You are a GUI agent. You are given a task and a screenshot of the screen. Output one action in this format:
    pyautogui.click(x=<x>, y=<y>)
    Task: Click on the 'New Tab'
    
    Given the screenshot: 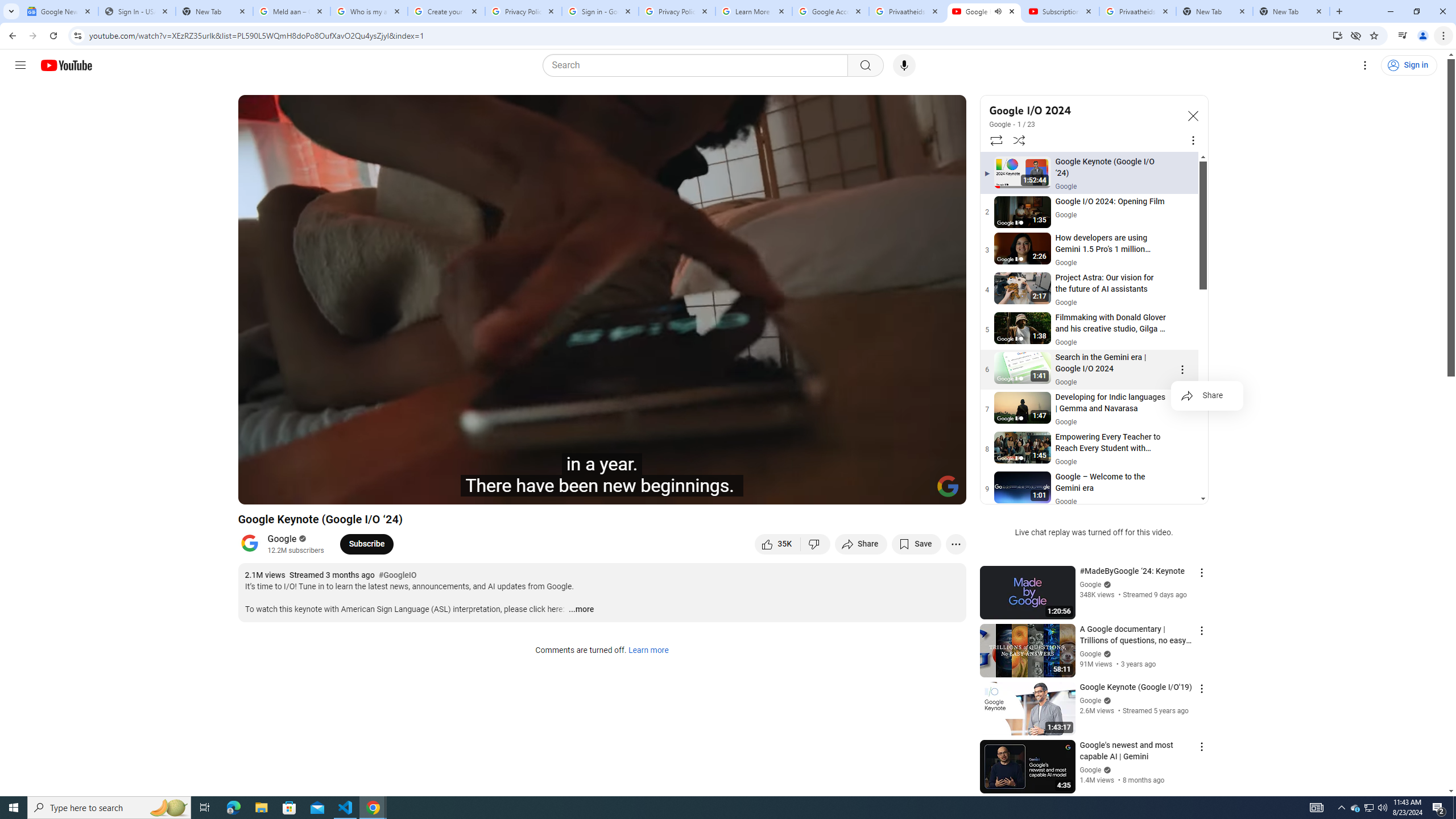 What is the action you would take?
    pyautogui.click(x=1291, y=11)
    